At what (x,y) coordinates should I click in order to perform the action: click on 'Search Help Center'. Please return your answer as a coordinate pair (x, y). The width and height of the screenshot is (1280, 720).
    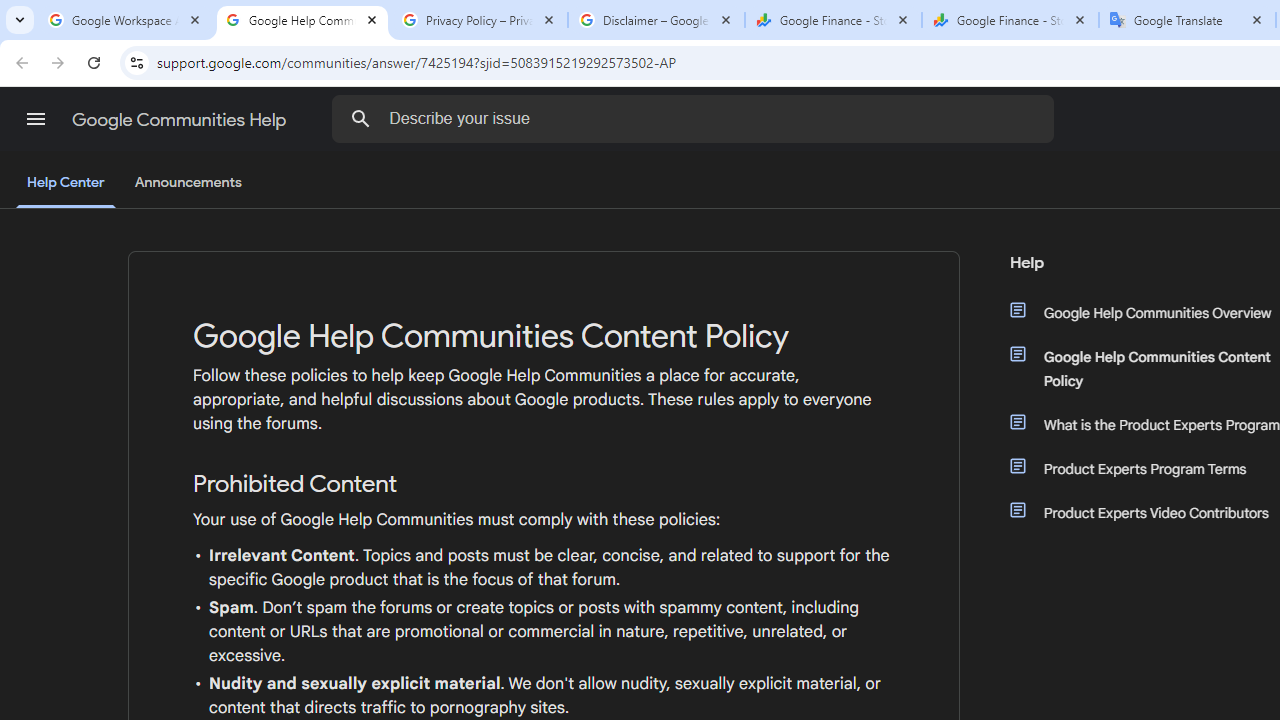
    Looking at the image, I should click on (361, 118).